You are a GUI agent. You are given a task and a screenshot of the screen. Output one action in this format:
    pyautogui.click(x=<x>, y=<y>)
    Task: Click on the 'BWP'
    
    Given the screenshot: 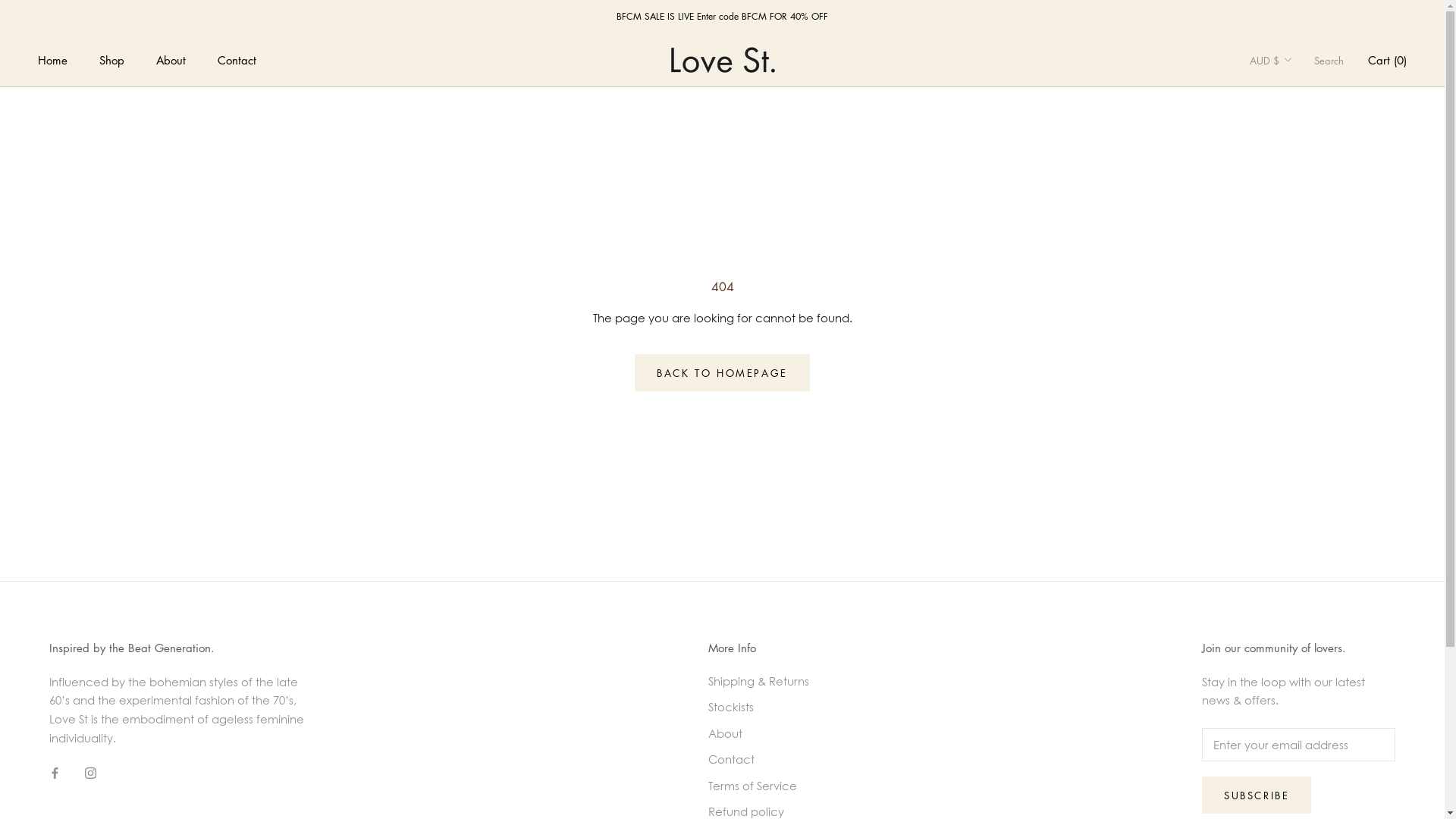 What is the action you would take?
    pyautogui.click(x=1294, y=475)
    